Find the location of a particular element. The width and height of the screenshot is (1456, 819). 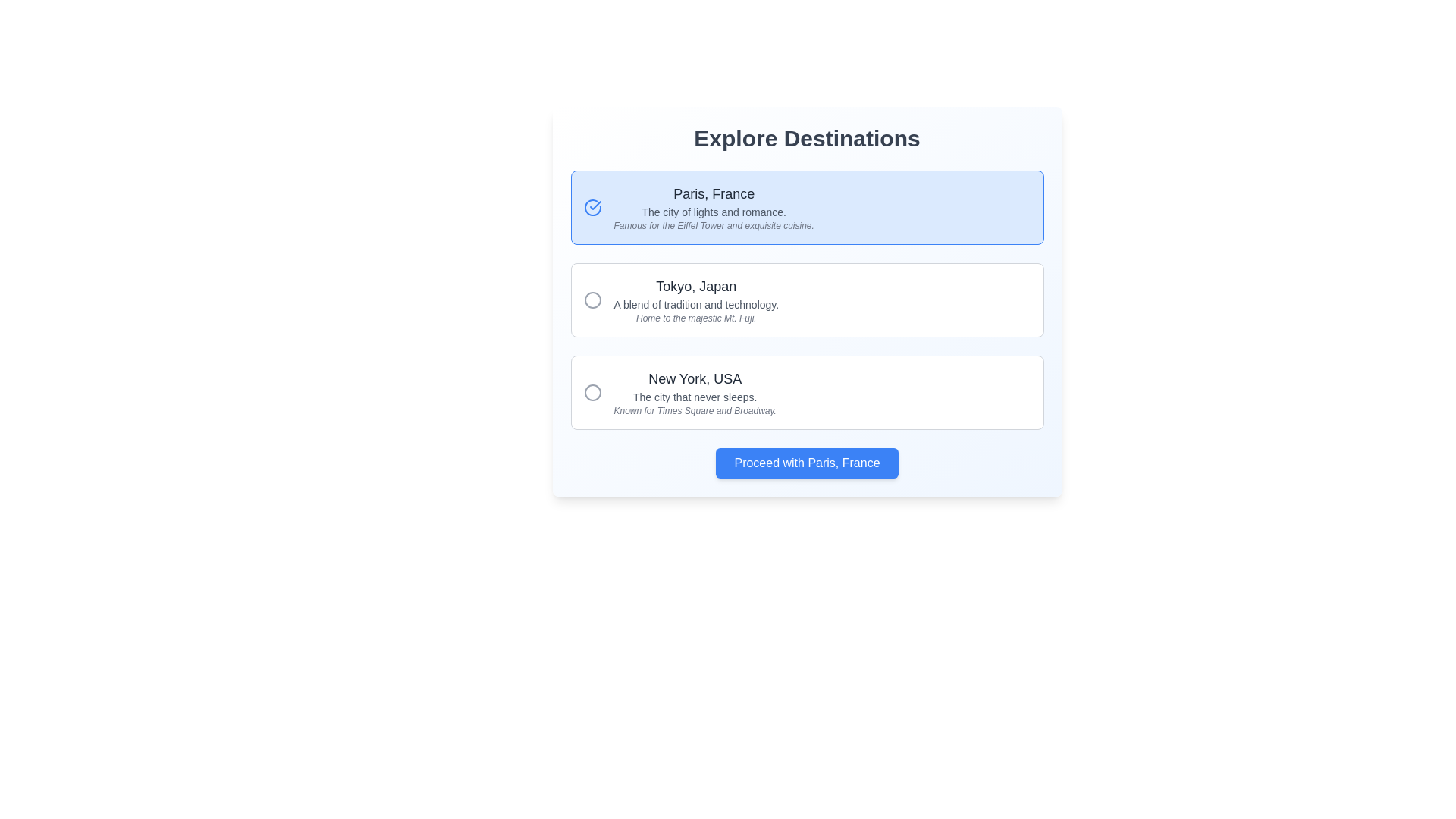

graphical checkmark icon with a blue stroke, located within the blue circular icon preceding the 'Paris, France' option in the selectable options panel is located at coordinates (595, 205).